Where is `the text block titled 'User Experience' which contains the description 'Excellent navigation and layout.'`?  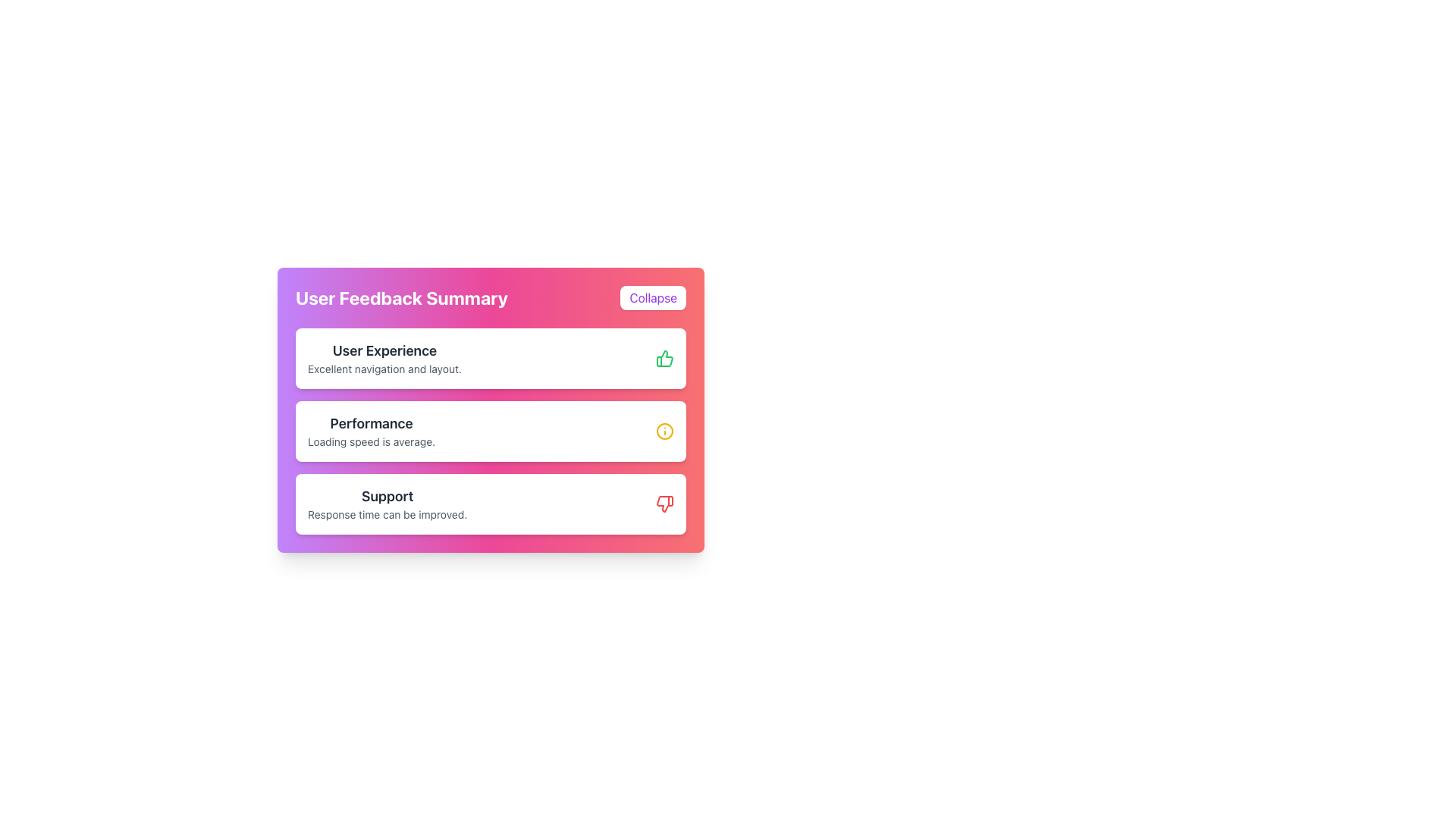 the text block titled 'User Experience' which contains the description 'Excellent navigation and layout.' is located at coordinates (384, 359).